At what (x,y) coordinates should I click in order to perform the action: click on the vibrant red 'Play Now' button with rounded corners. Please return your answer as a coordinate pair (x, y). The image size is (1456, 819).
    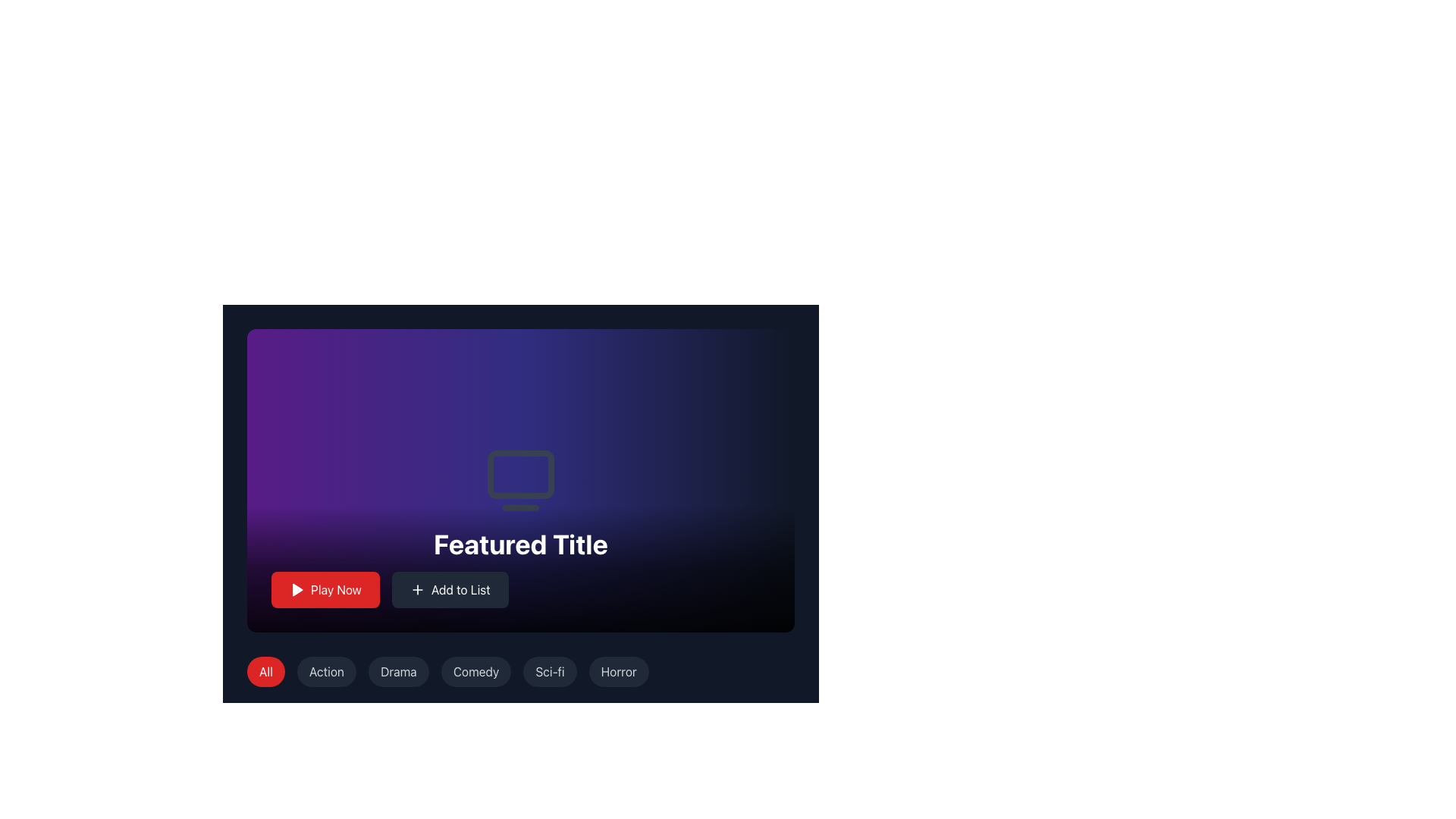
    Looking at the image, I should click on (325, 589).